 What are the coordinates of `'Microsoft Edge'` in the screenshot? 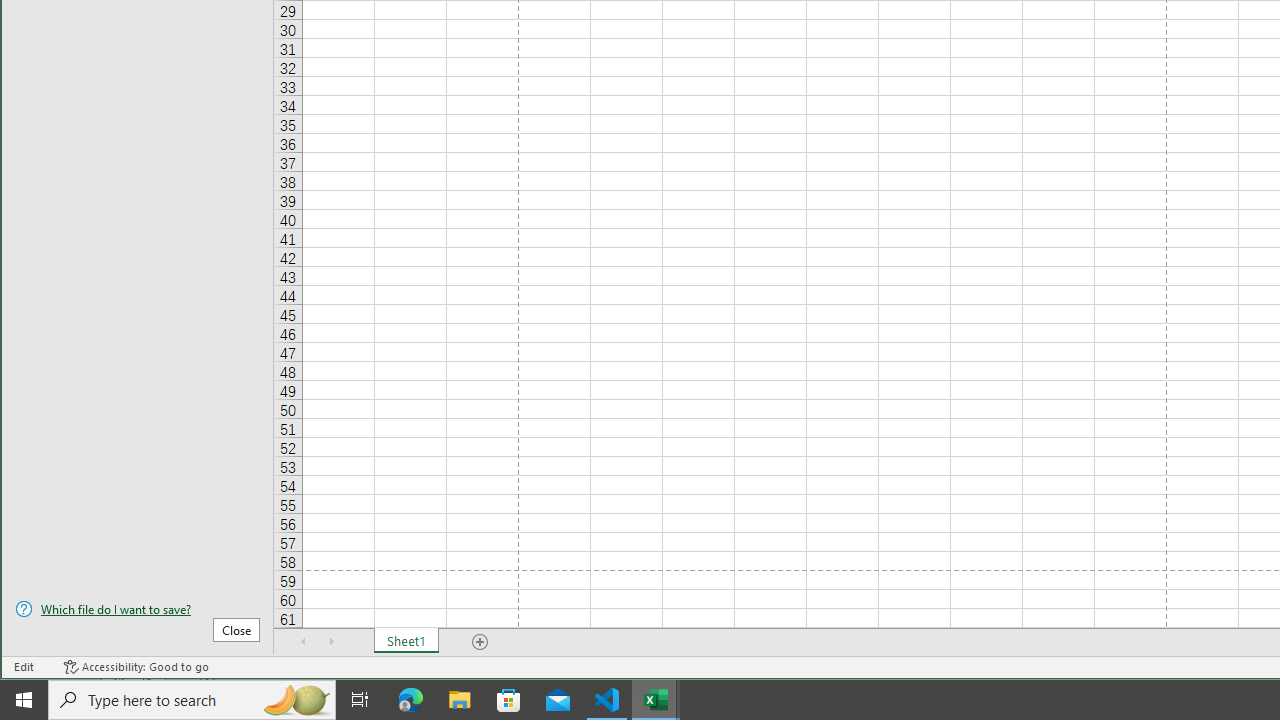 It's located at (410, 698).